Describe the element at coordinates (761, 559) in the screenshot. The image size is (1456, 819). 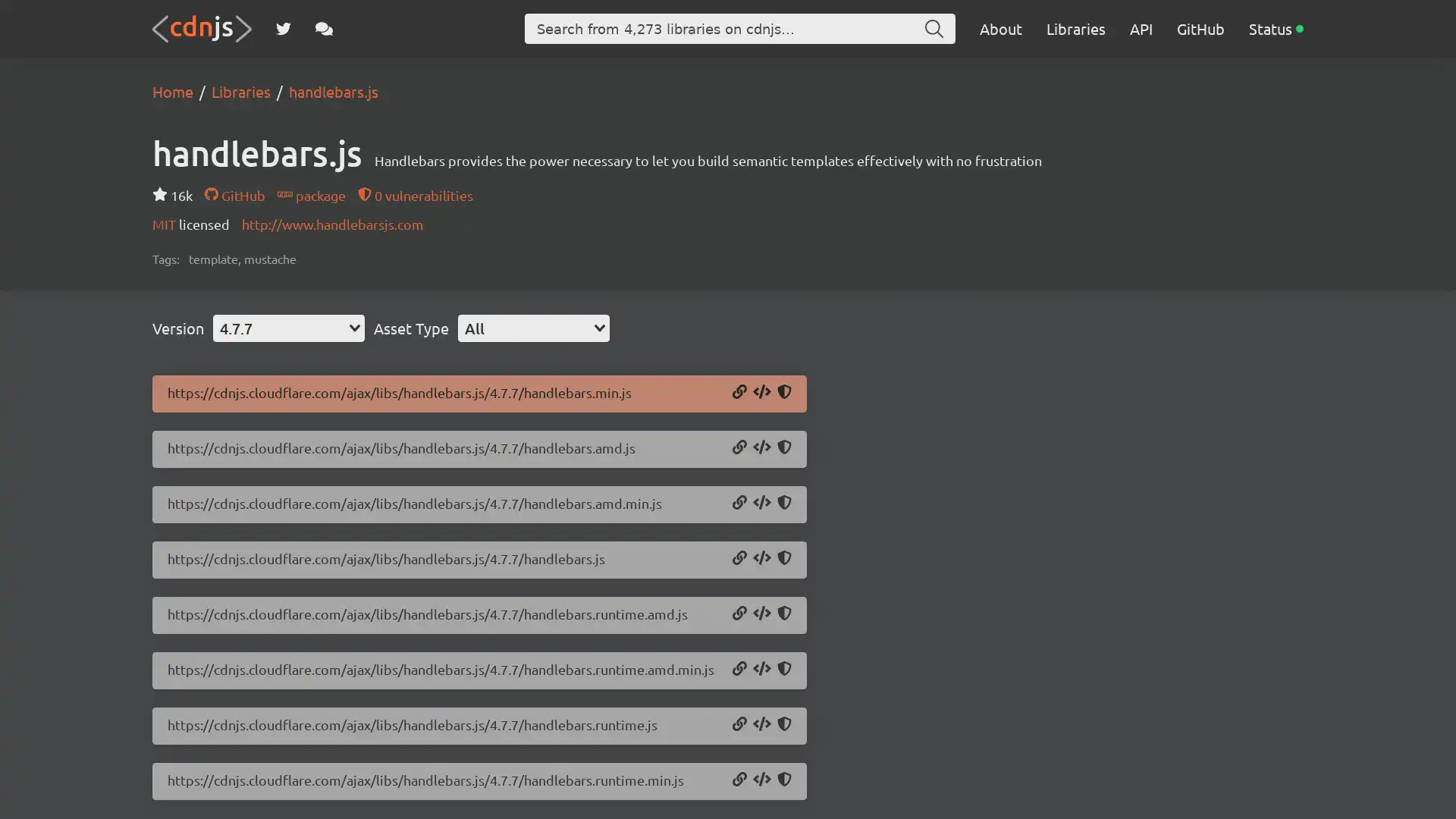
I see `Copy Script Tag` at that location.